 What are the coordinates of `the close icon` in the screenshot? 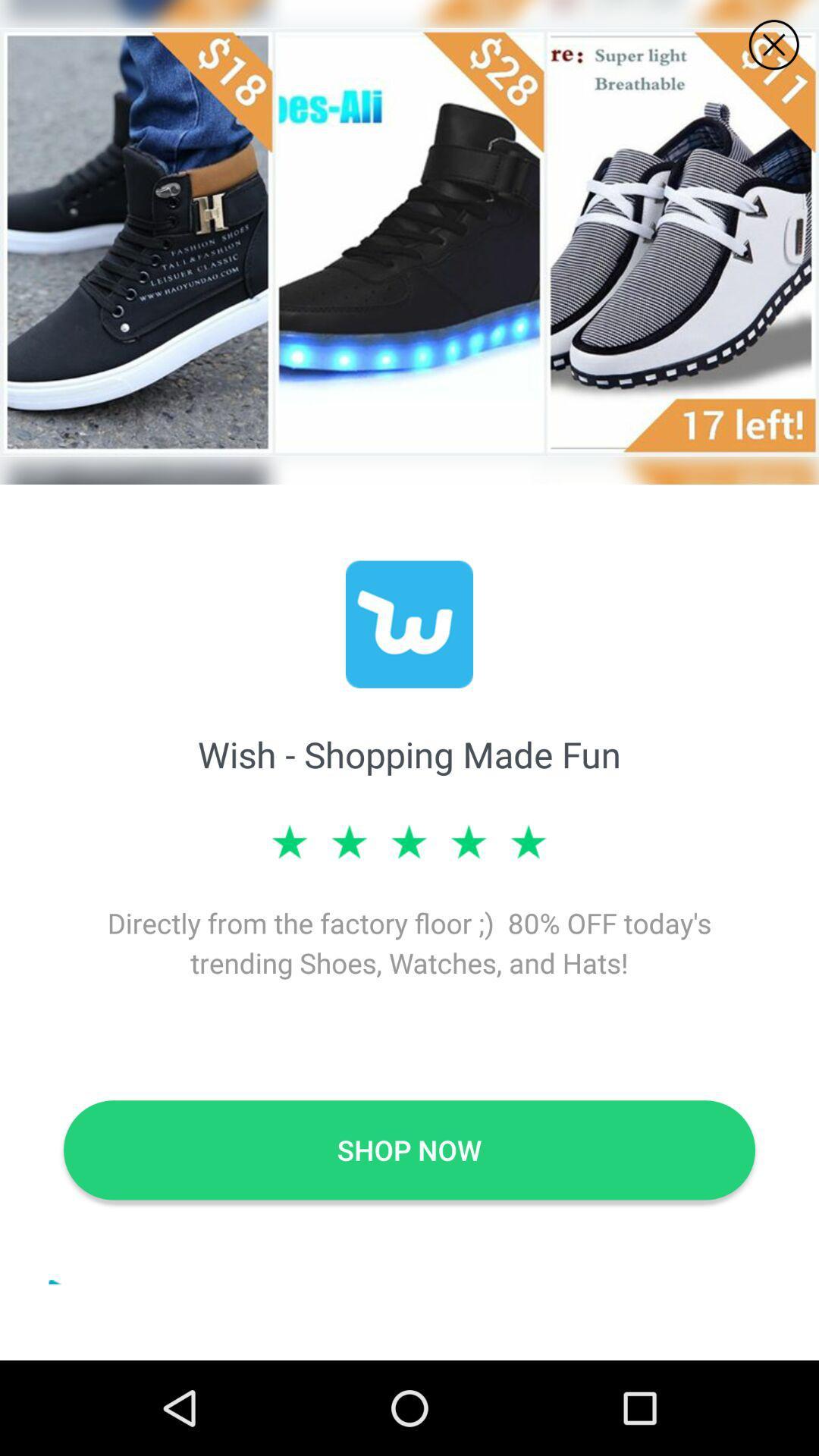 It's located at (773, 45).